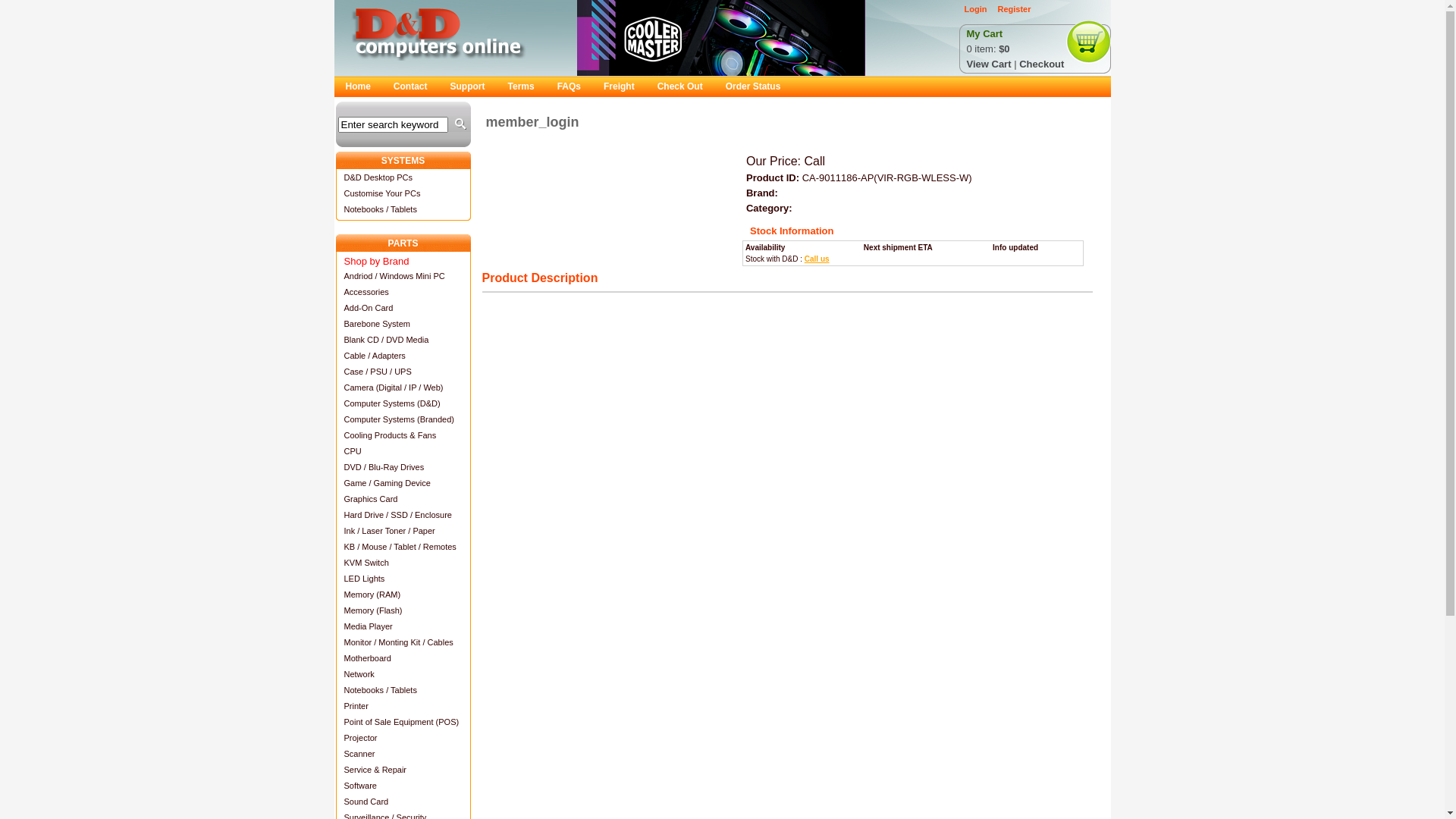  Describe the element at coordinates (521, 86) in the screenshot. I see `'Terms'` at that location.